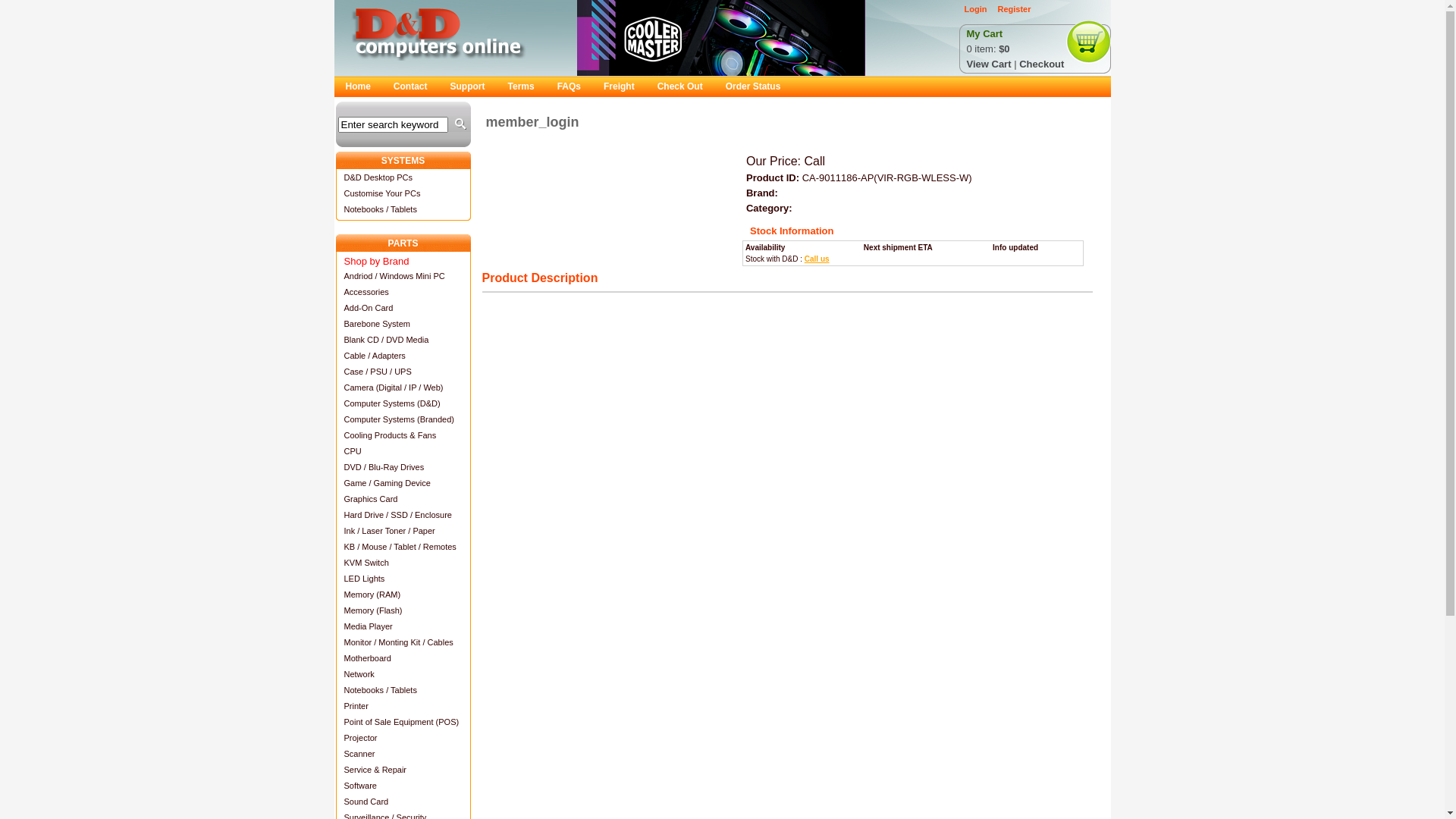  Describe the element at coordinates (521, 86) in the screenshot. I see `'Terms'` at that location.